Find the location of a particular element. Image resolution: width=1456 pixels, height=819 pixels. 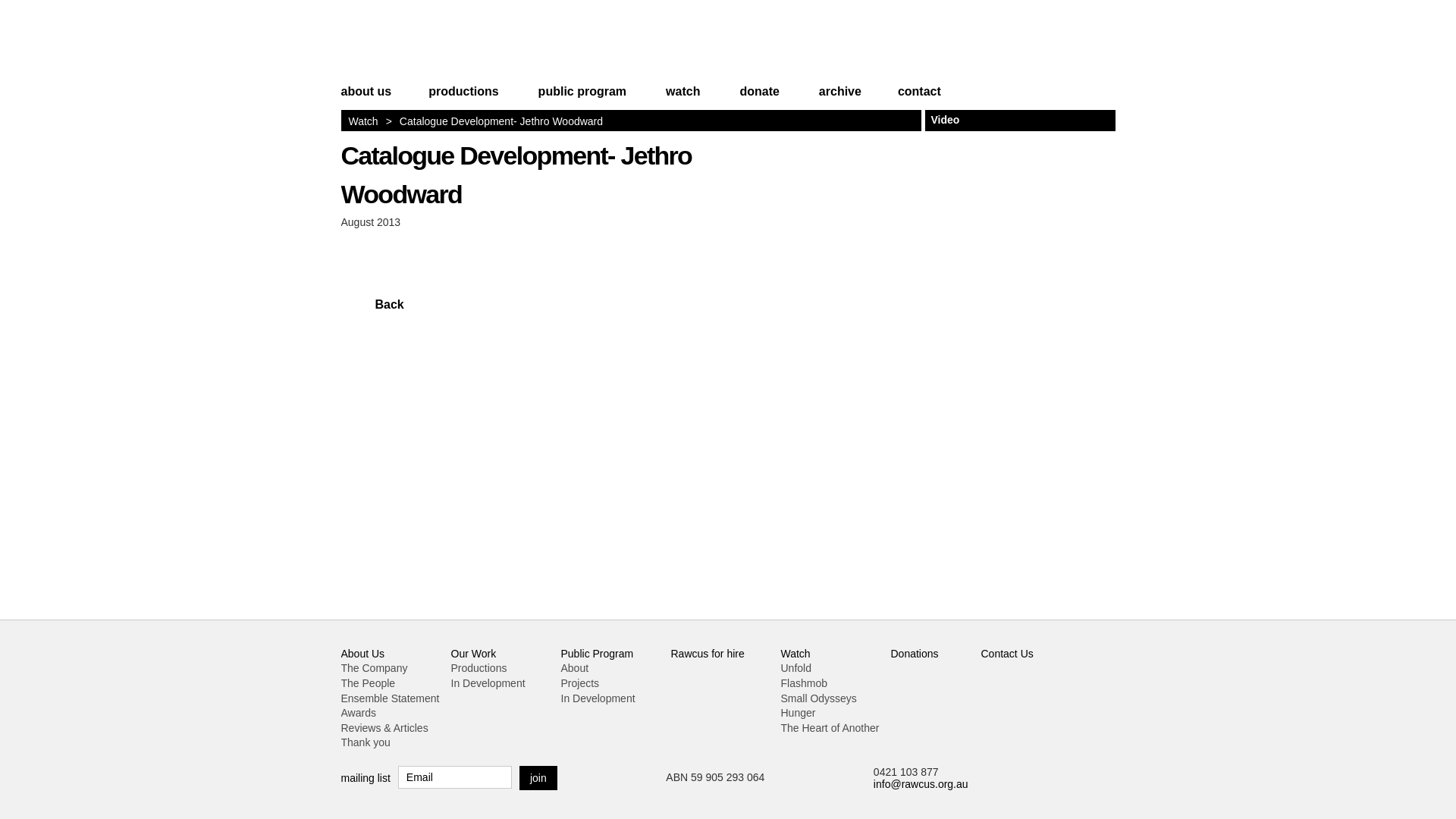

'Unfold' is located at coordinates (781, 667).